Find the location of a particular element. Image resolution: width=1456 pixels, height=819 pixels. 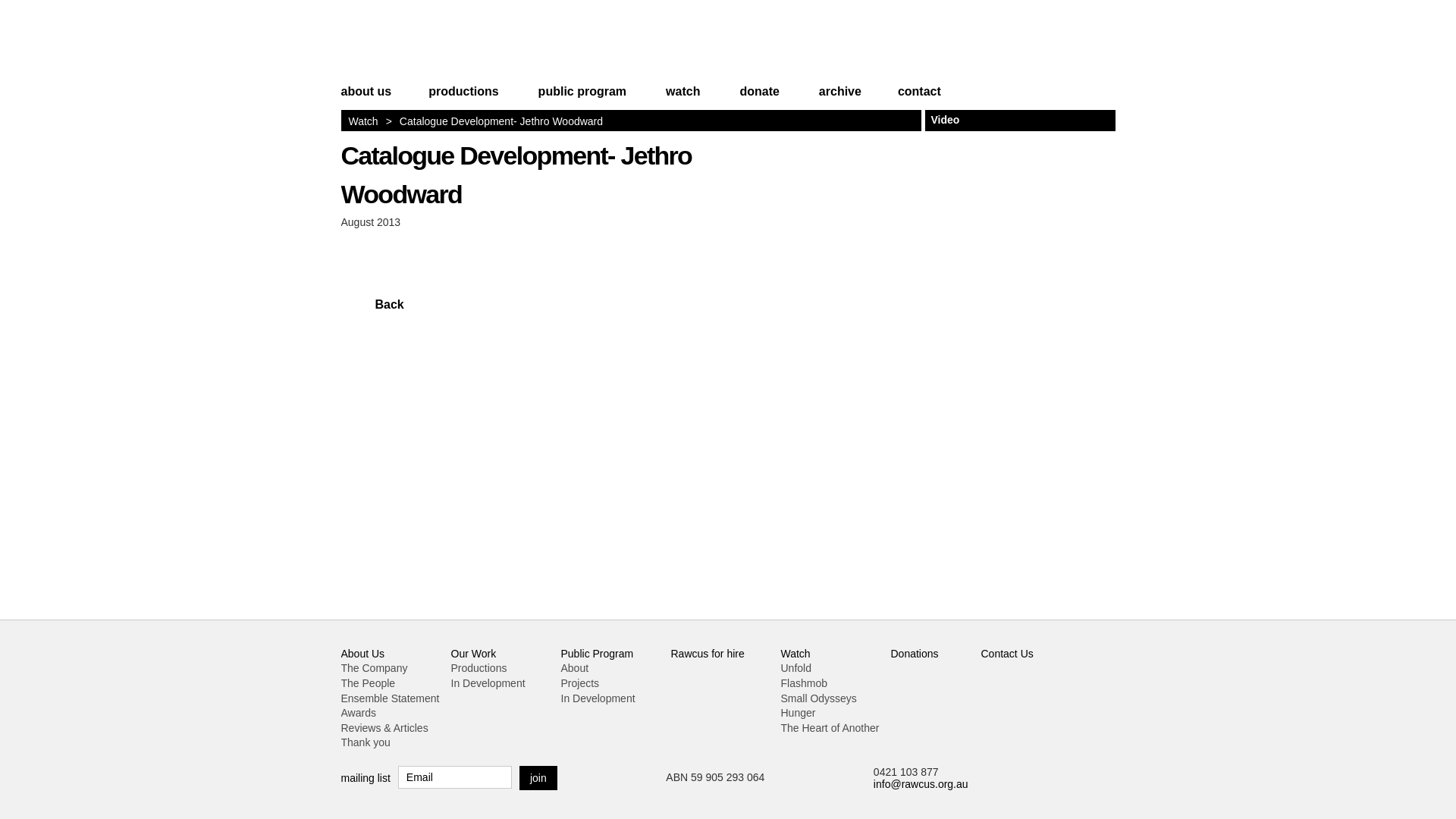

'Unfold' is located at coordinates (781, 667).